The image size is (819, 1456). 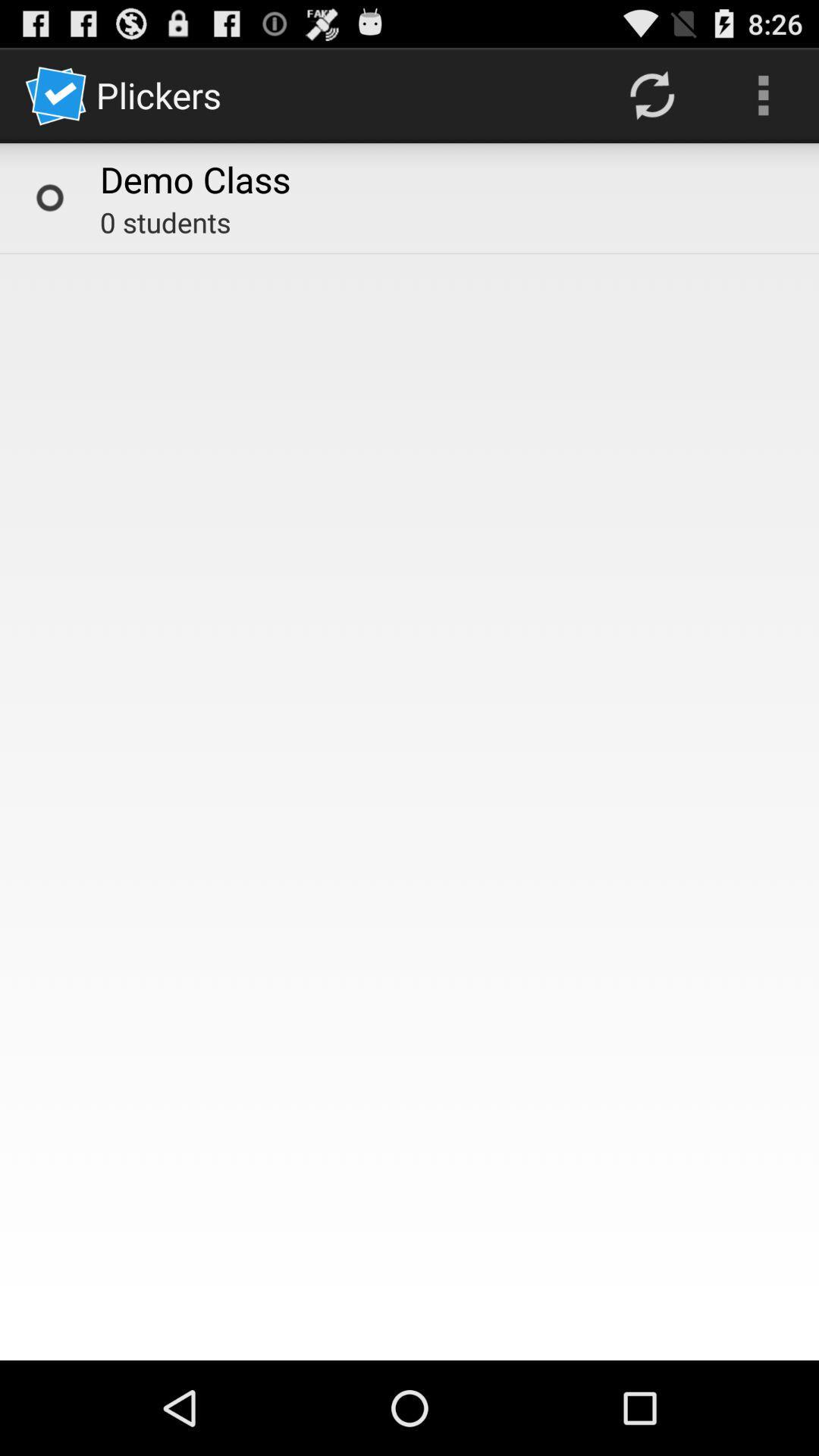 I want to click on item below the plickers icon, so click(x=194, y=179).